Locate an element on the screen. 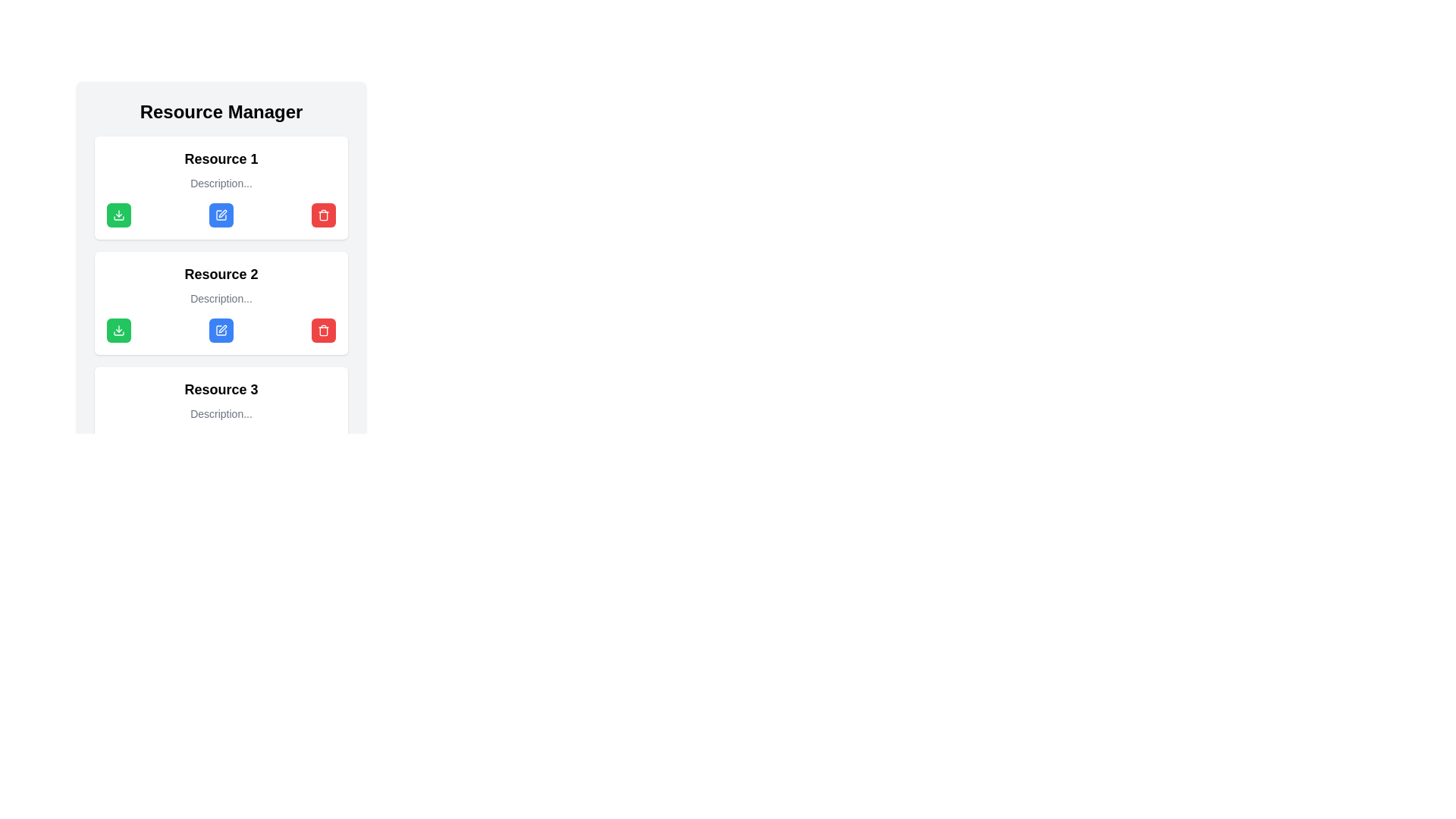 This screenshot has height=819, width=1456. the square button with a blue background and rounded corners, which contains a small white pen icon, located in the second resource card is located at coordinates (221, 215).